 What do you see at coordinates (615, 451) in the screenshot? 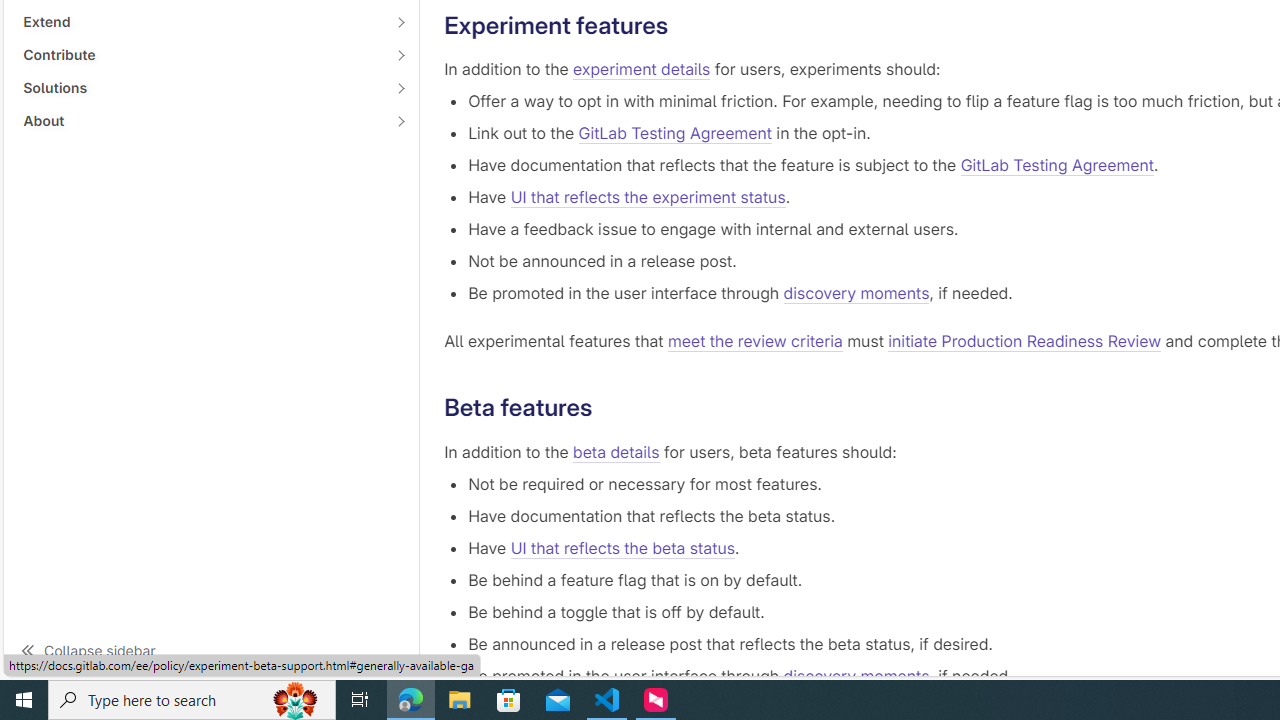
I see `'beta details'` at bounding box center [615, 451].